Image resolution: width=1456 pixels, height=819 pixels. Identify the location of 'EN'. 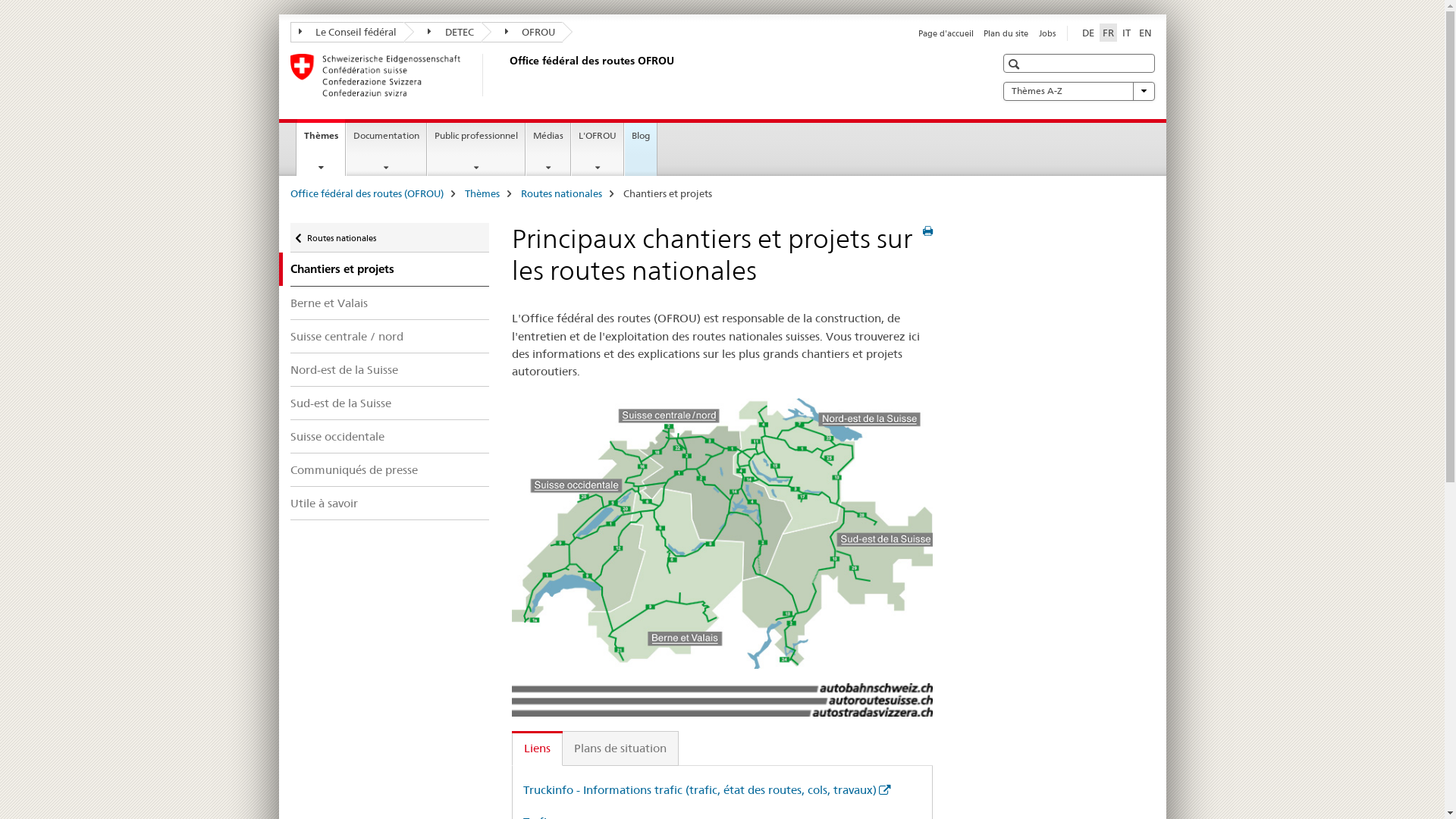
(1145, 32).